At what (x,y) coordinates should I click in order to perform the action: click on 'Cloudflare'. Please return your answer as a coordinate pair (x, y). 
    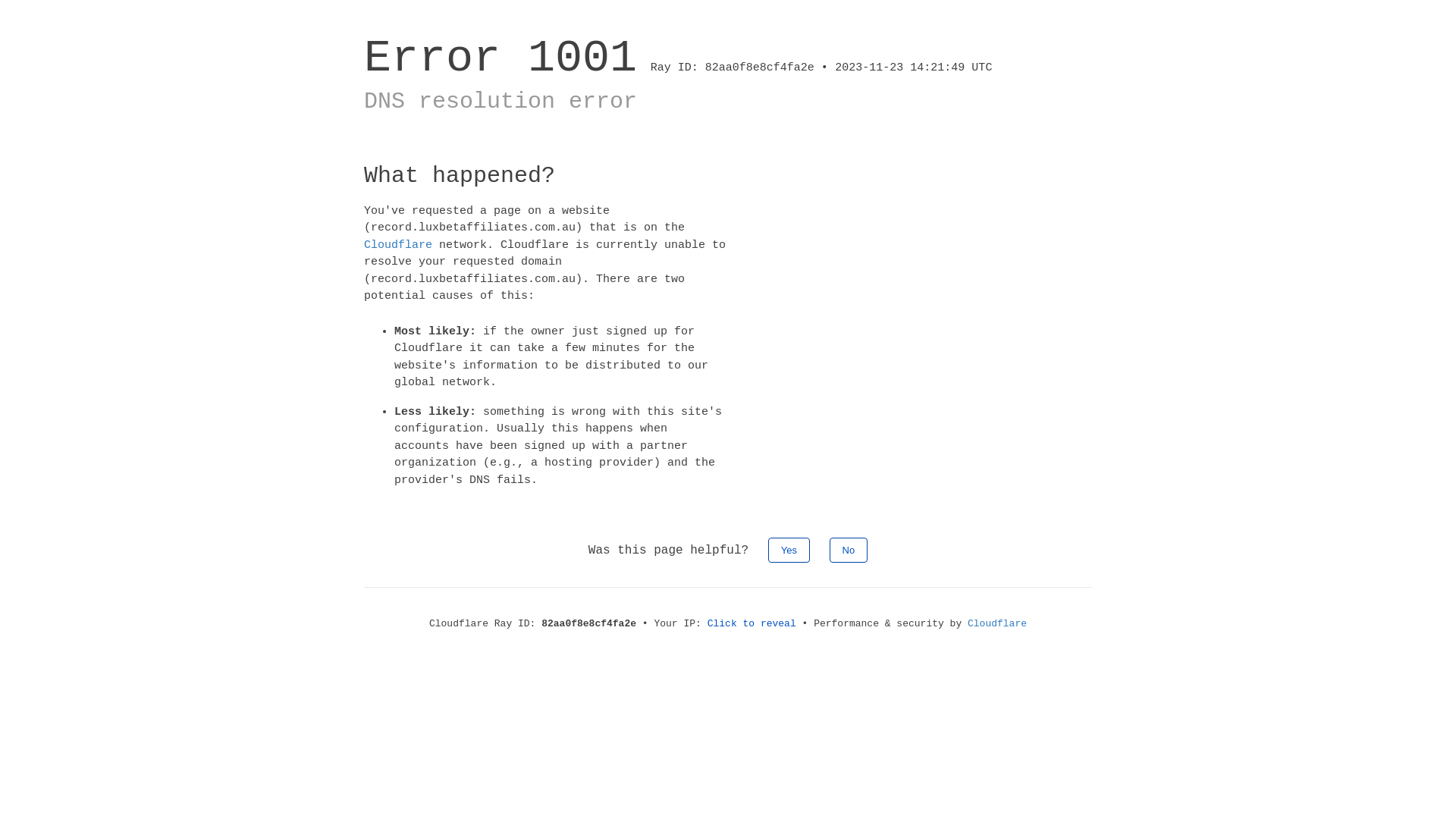
    Looking at the image, I should click on (997, 623).